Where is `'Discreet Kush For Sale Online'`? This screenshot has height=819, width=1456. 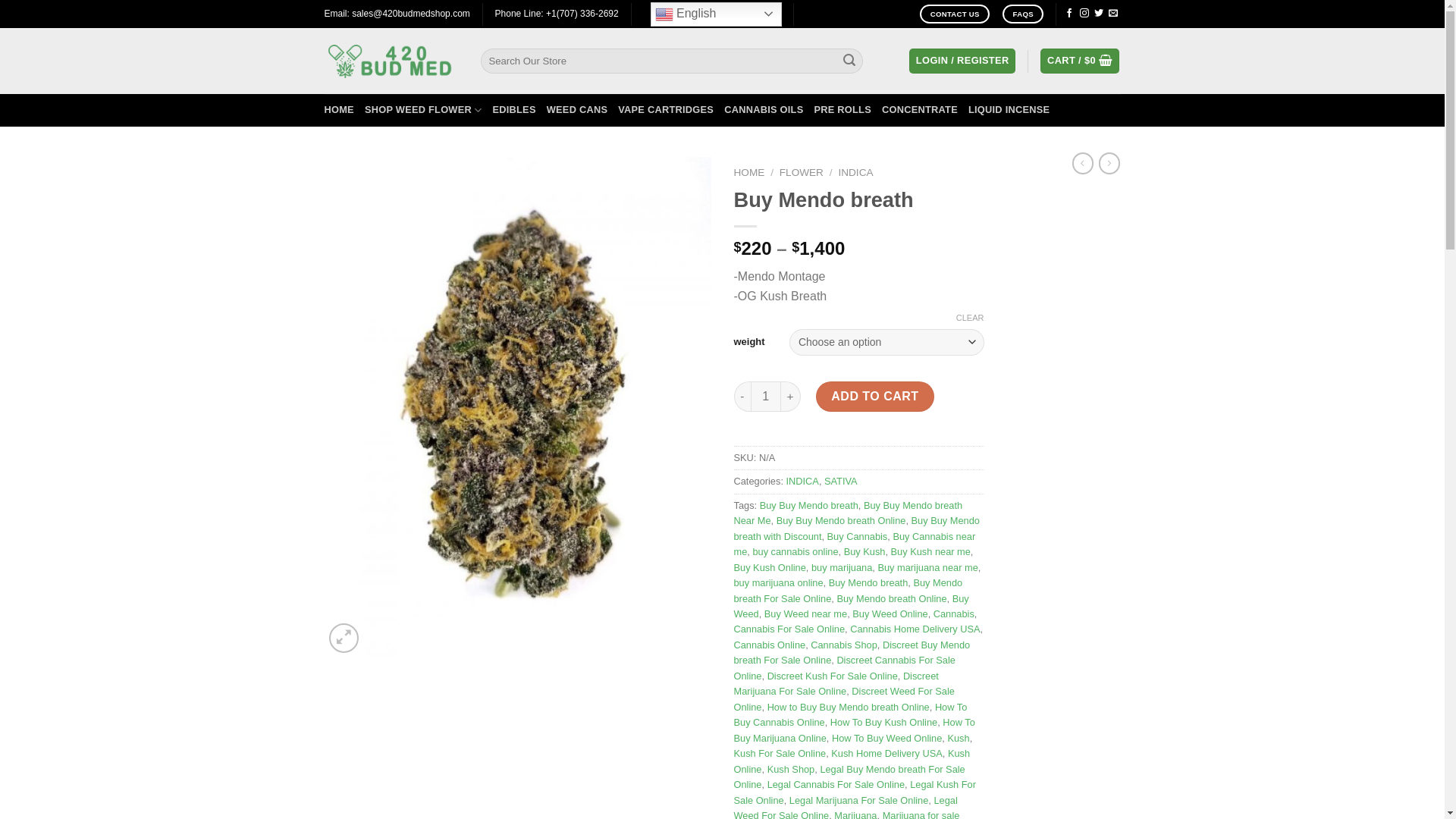
'Discreet Kush For Sale Online' is located at coordinates (767, 675).